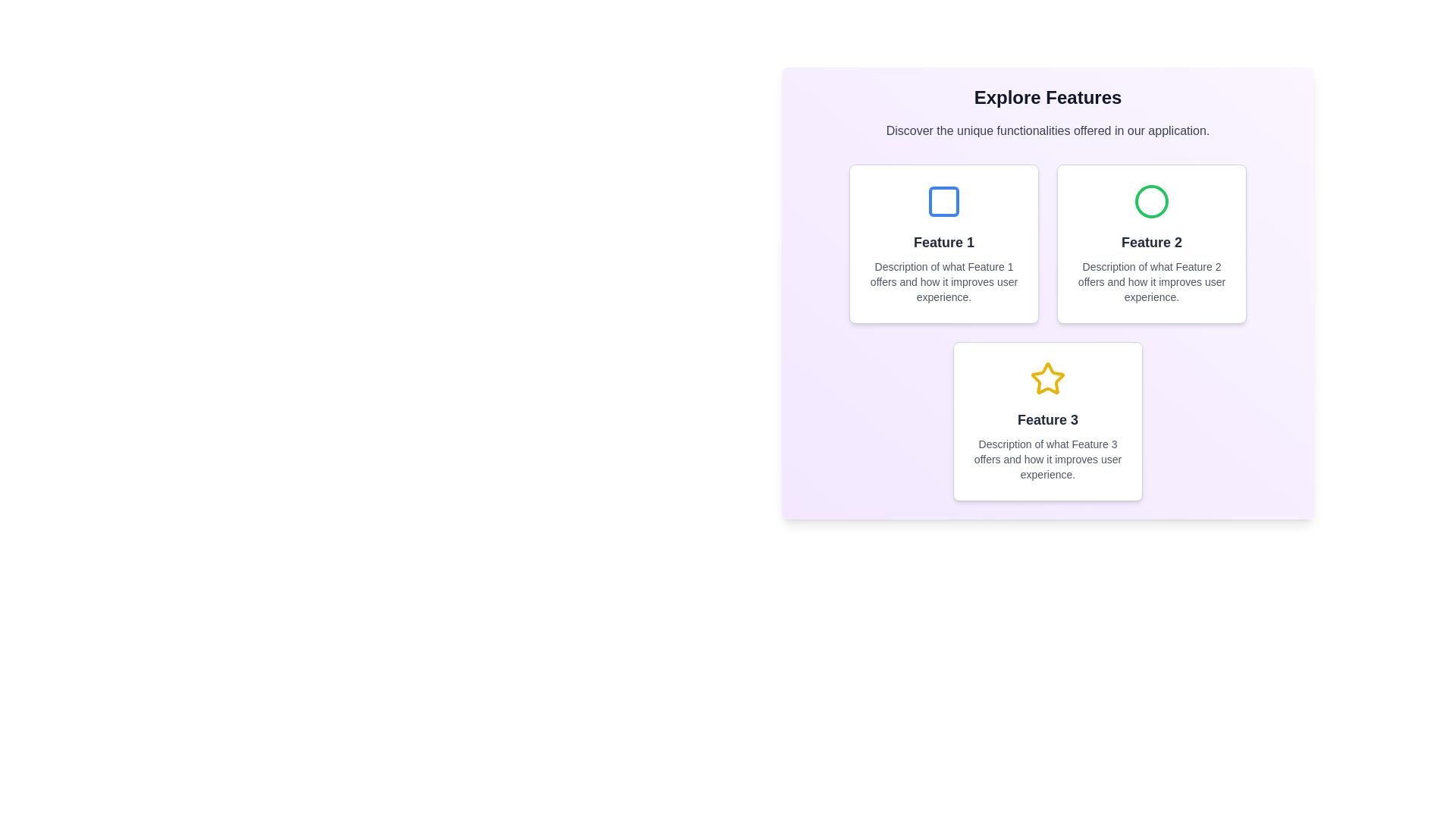 The width and height of the screenshot is (1456, 819). I want to click on the text label reading 'Feature 1' located in the top-left card of the grid, positioned below the icon and above the descriptive text, so click(943, 242).